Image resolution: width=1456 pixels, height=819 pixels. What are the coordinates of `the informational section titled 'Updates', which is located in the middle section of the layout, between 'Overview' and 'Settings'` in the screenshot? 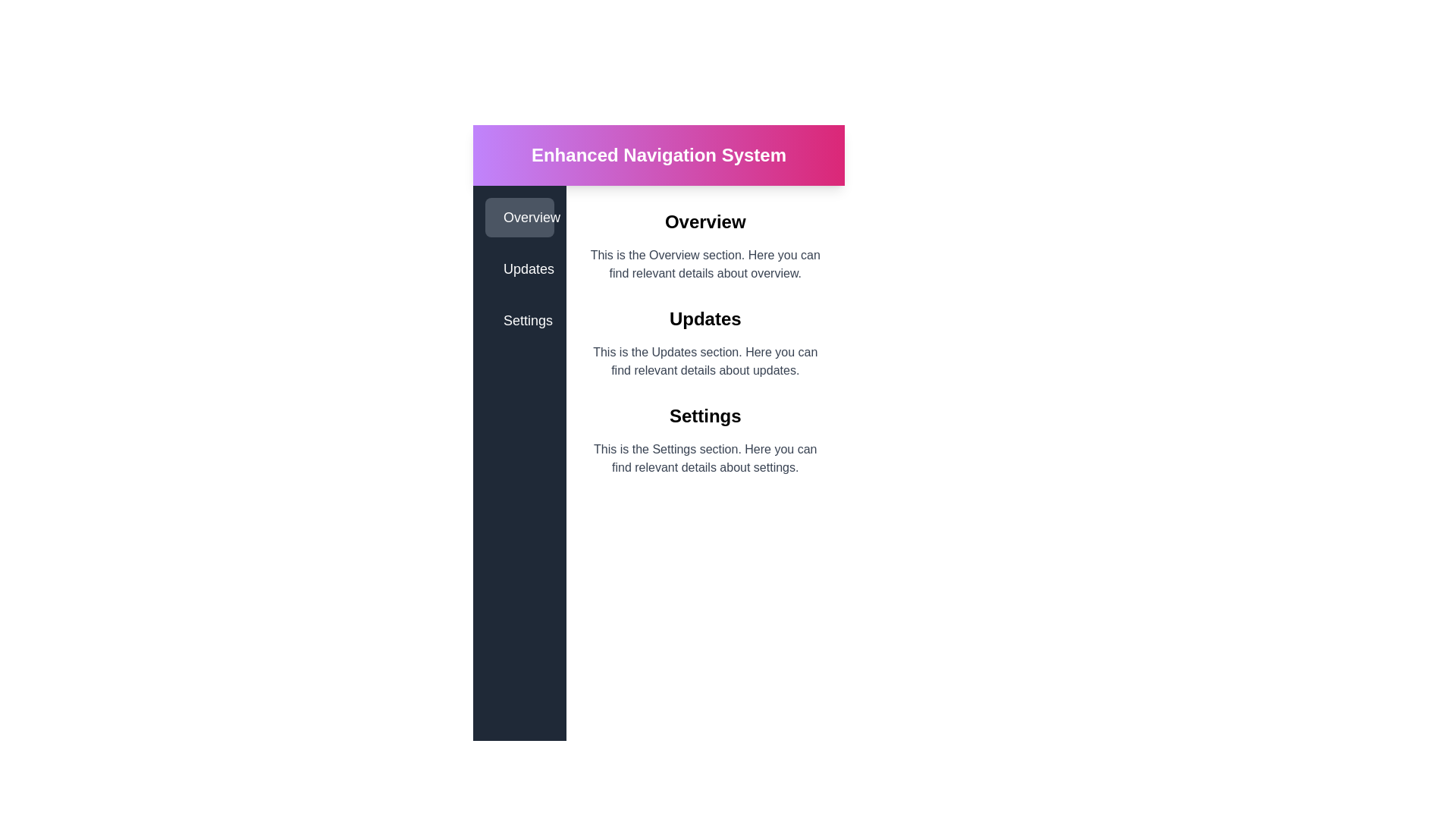 It's located at (704, 343).